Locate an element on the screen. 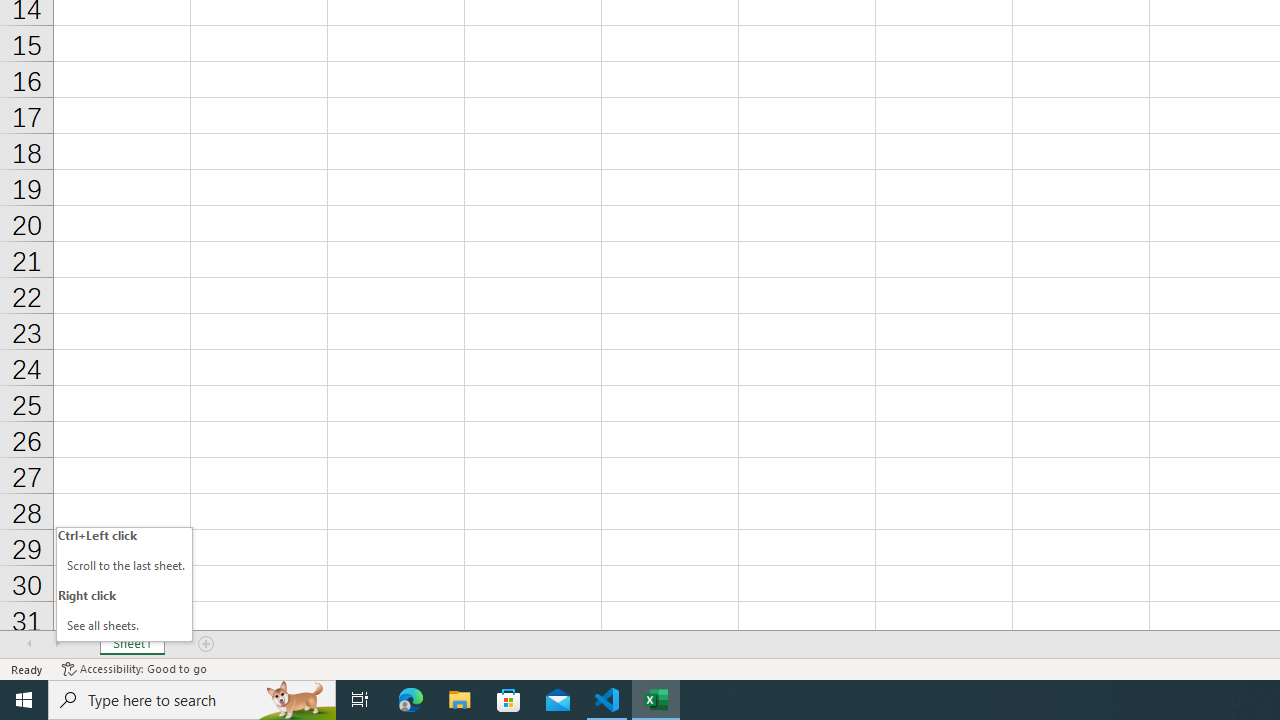  'Accessibility Checker Accessibility: Good to go' is located at coordinates (133, 669).